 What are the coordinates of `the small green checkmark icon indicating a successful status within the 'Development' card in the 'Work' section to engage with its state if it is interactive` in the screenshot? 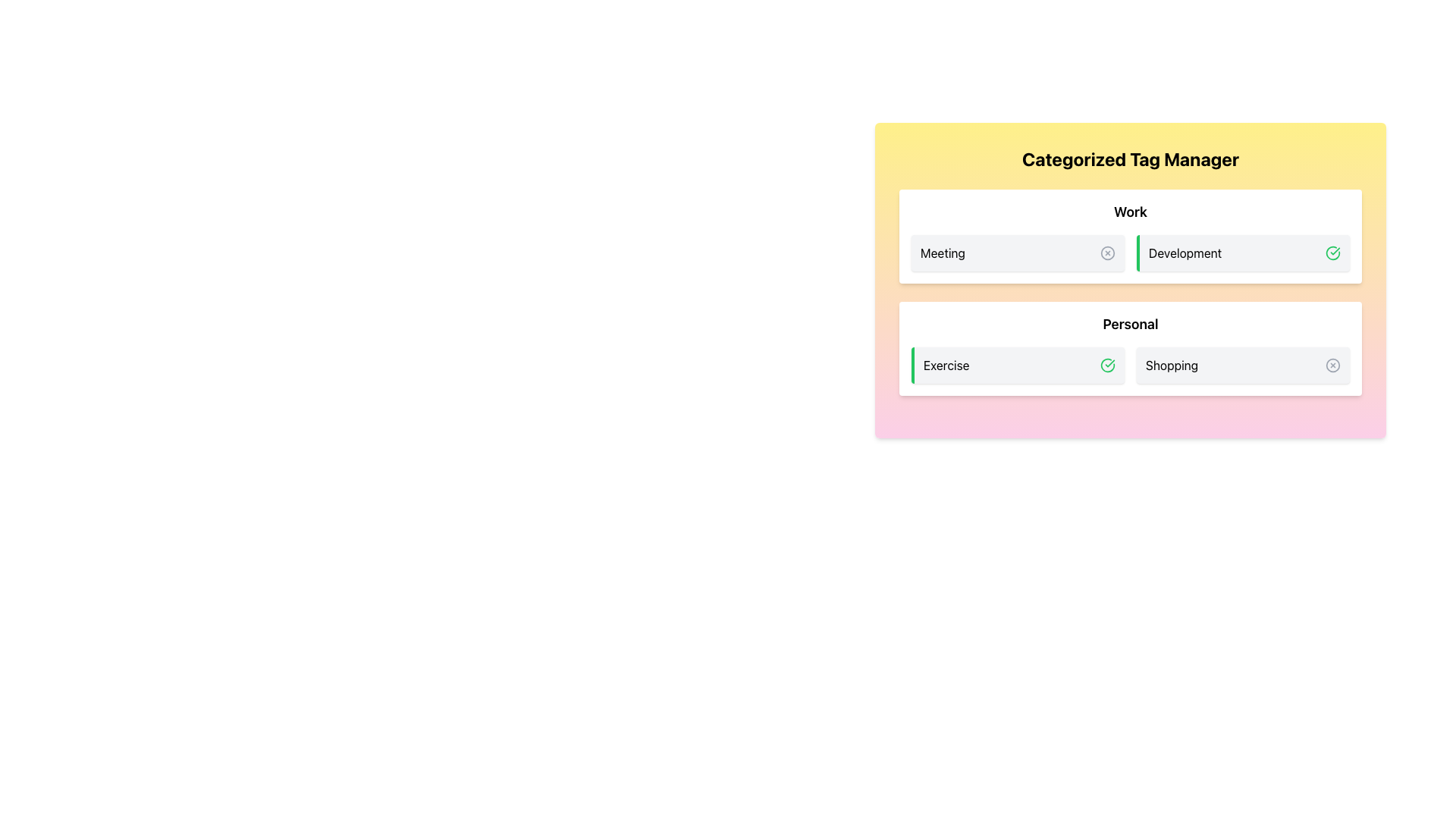 It's located at (1332, 253).